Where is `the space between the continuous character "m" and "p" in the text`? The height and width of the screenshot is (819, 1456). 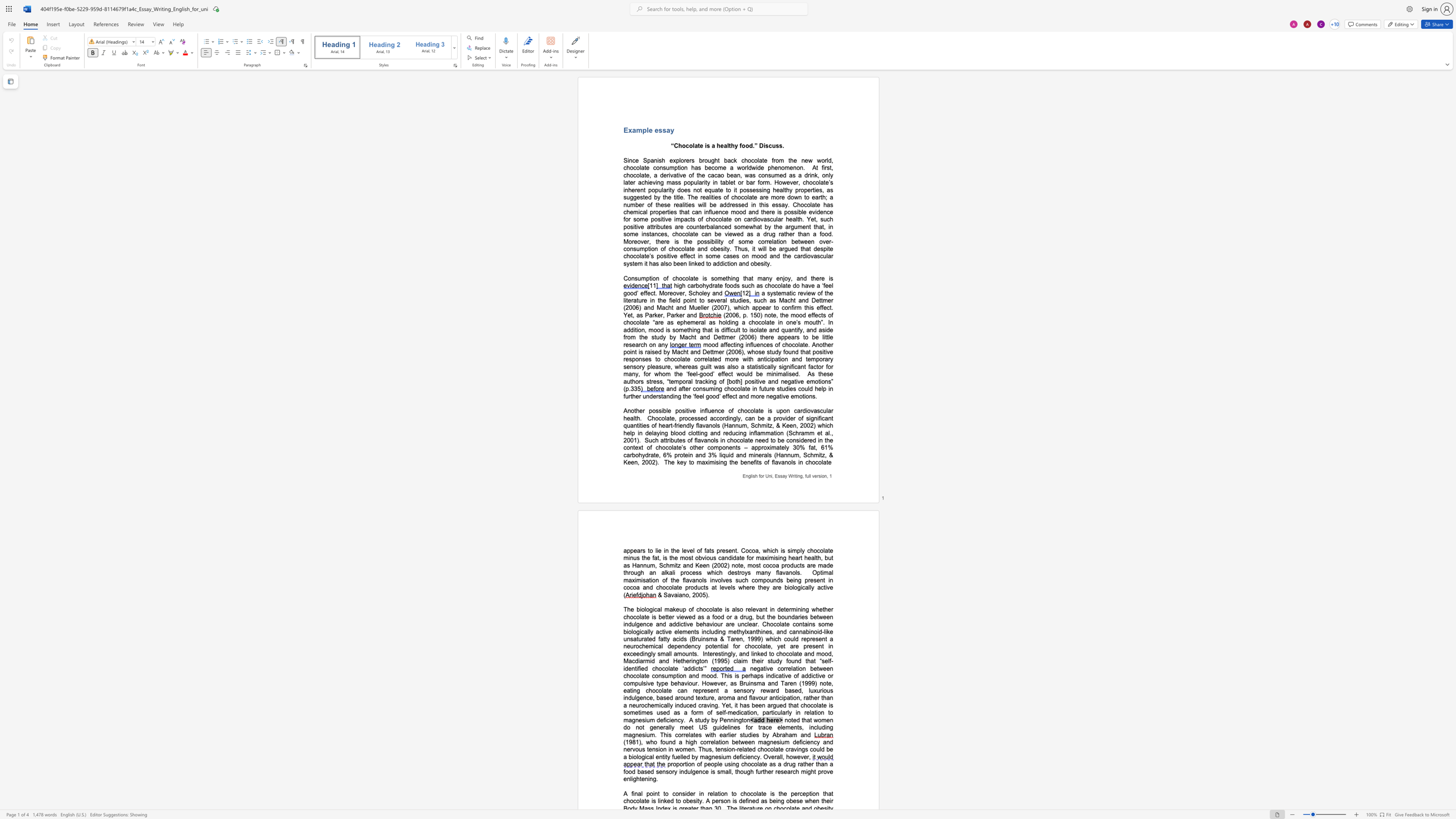 the space between the continuous character "m" and "p" in the text is located at coordinates (674, 168).